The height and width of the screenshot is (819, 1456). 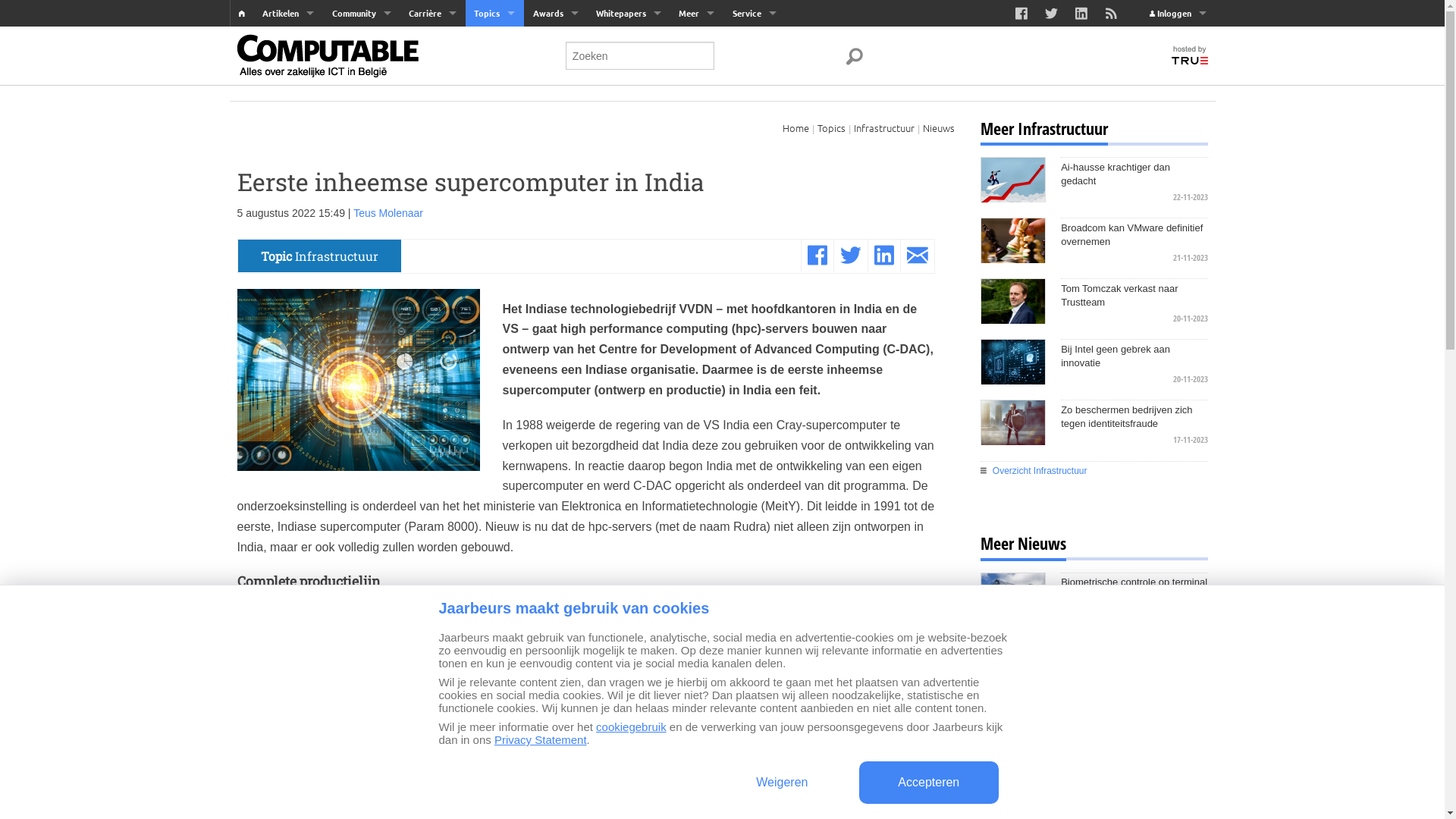 What do you see at coordinates (494, 66) in the screenshot?
I see `'Digital Workplace'` at bounding box center [494, 66].